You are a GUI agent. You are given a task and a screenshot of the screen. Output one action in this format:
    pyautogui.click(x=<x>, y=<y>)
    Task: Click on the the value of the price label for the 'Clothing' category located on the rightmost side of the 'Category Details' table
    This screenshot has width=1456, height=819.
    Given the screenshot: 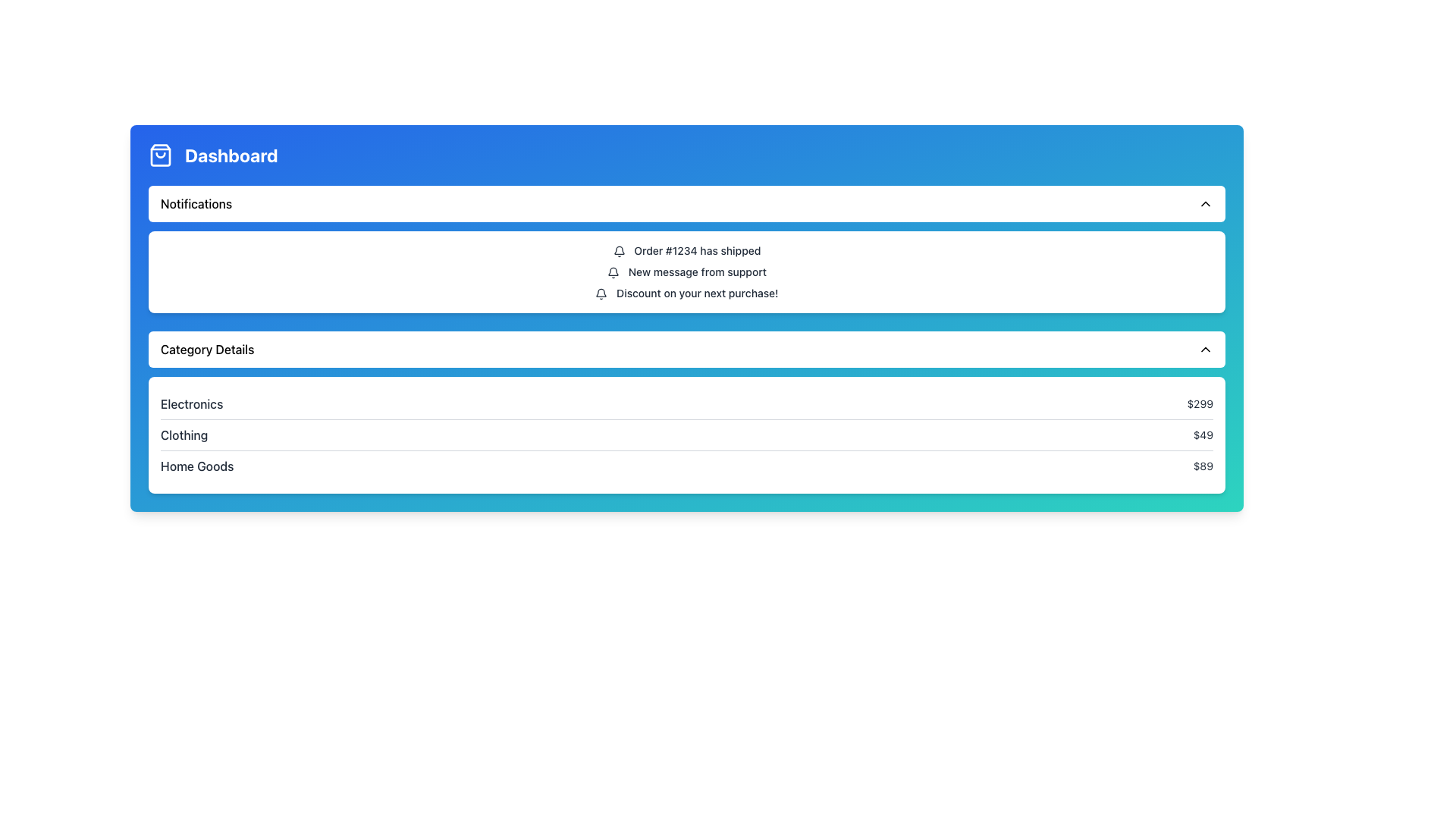 What is the action you would take?
    pyautogui.click(x=1202, y=435)
    